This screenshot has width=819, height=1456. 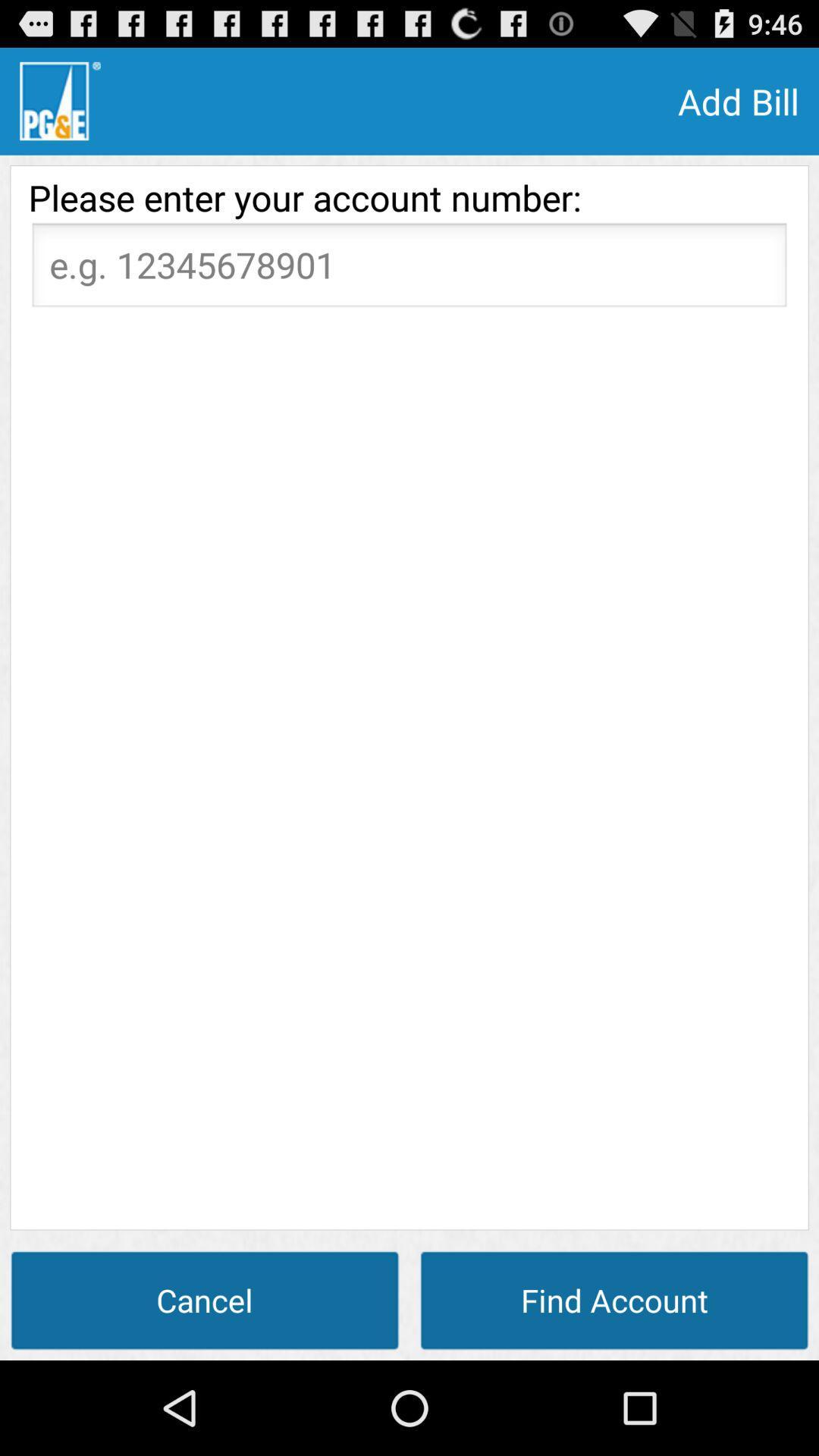 What do you see at coordinates (59, 100) in the screenshot?
I see `the icon at the top left corner` at bounding box center [59, 100].